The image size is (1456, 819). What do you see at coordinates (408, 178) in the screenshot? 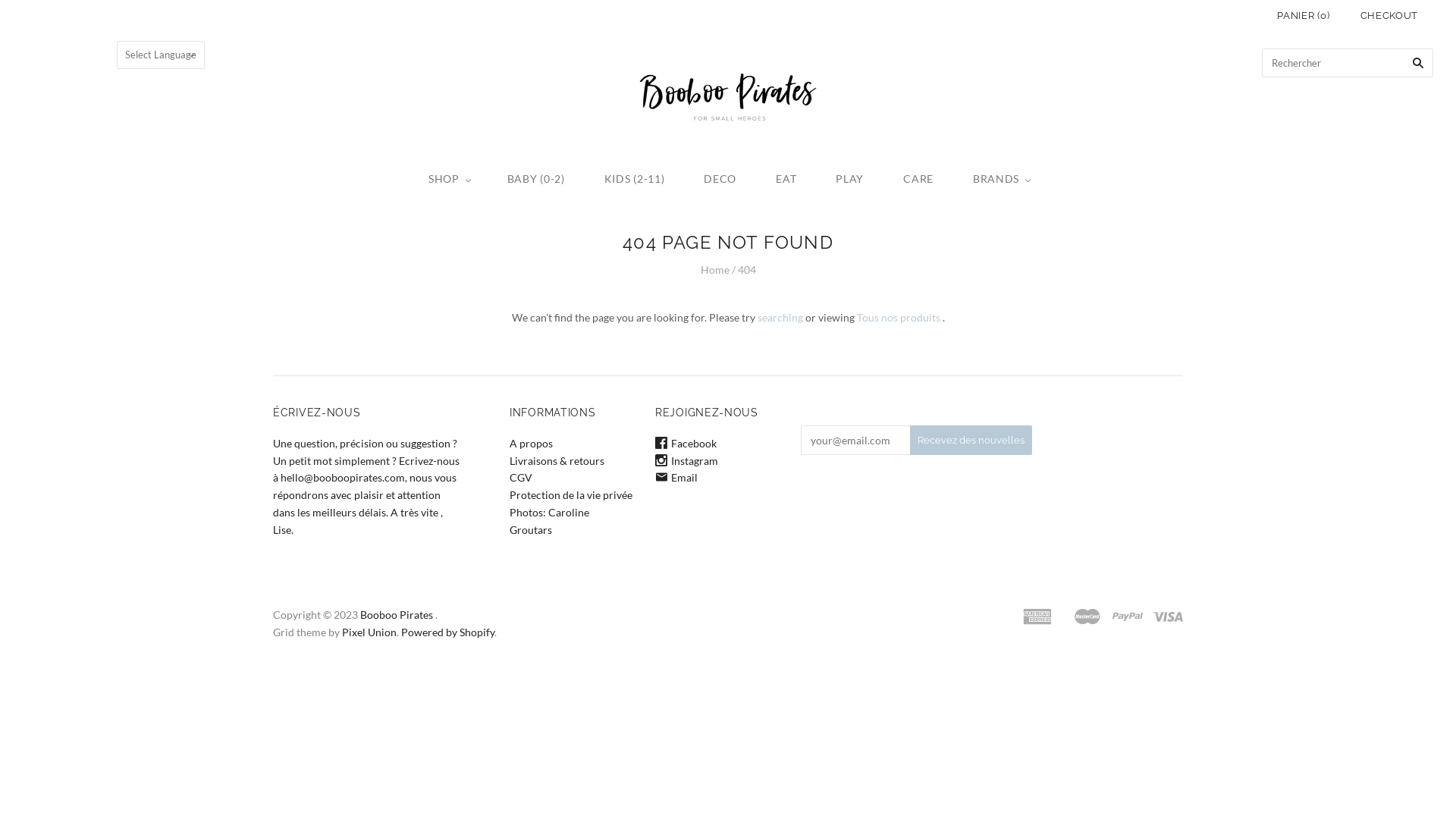
I see `'SHOP'` at bounding box center [408, 178].